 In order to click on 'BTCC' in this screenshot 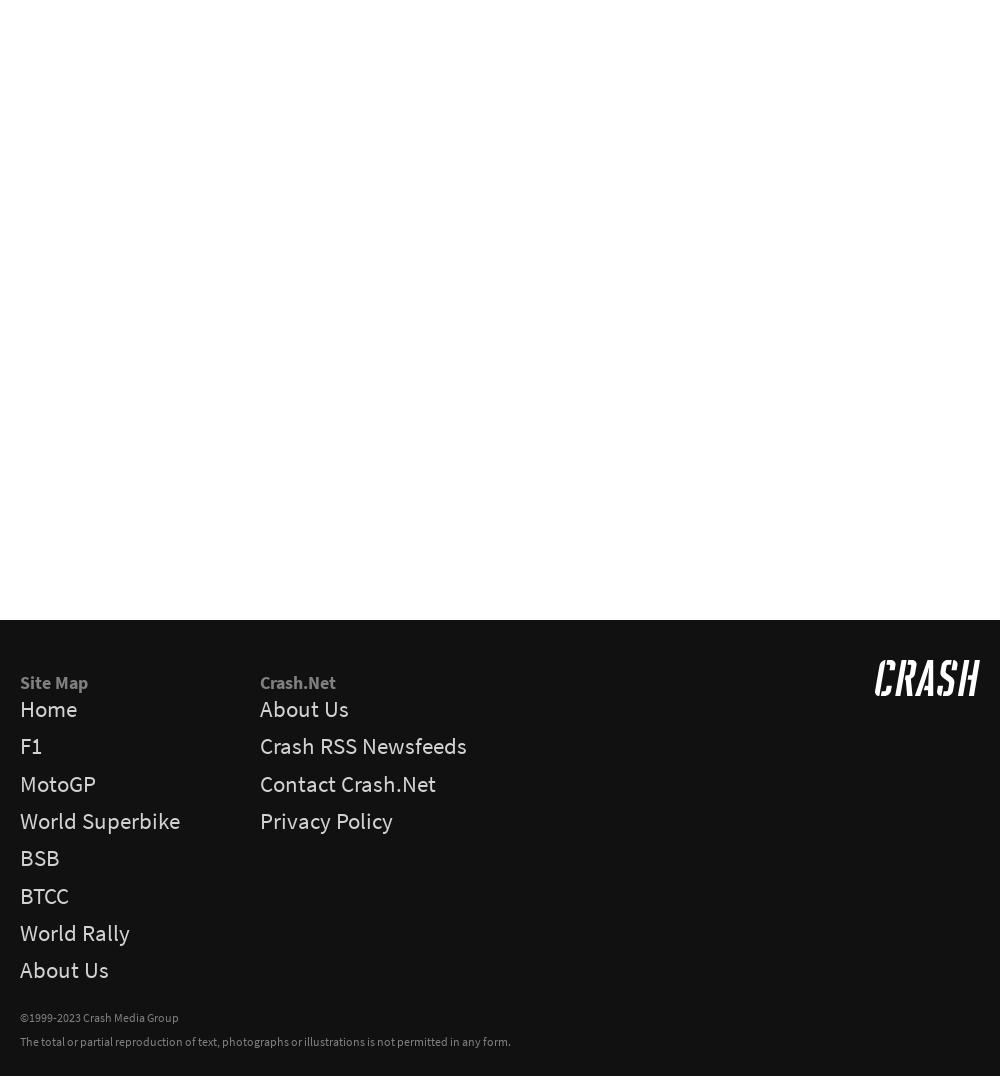, I will do `click(44, 895)`.